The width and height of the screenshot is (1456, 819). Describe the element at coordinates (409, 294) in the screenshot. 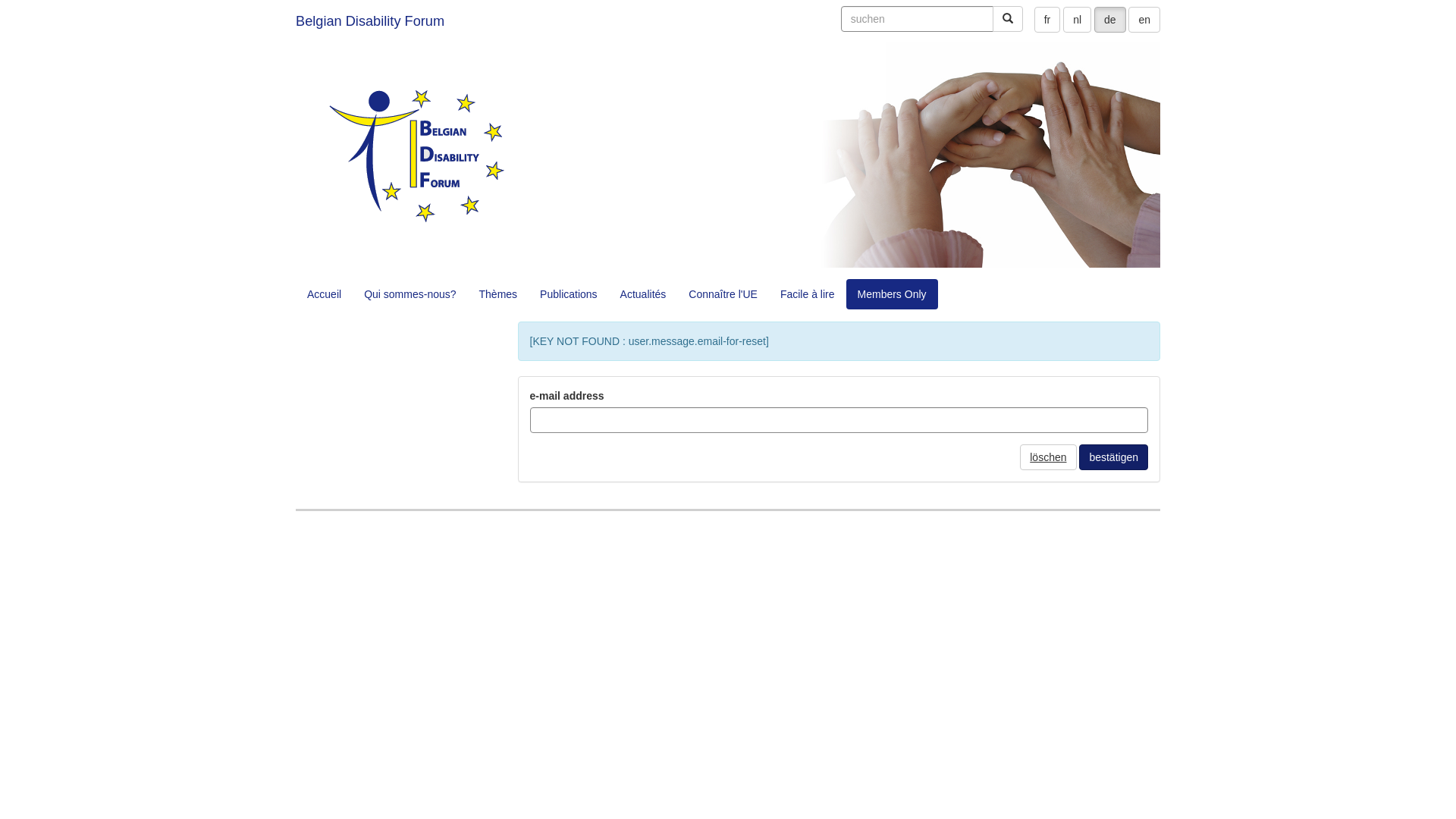

I see `'Qui sommes-nous?'` at that location.